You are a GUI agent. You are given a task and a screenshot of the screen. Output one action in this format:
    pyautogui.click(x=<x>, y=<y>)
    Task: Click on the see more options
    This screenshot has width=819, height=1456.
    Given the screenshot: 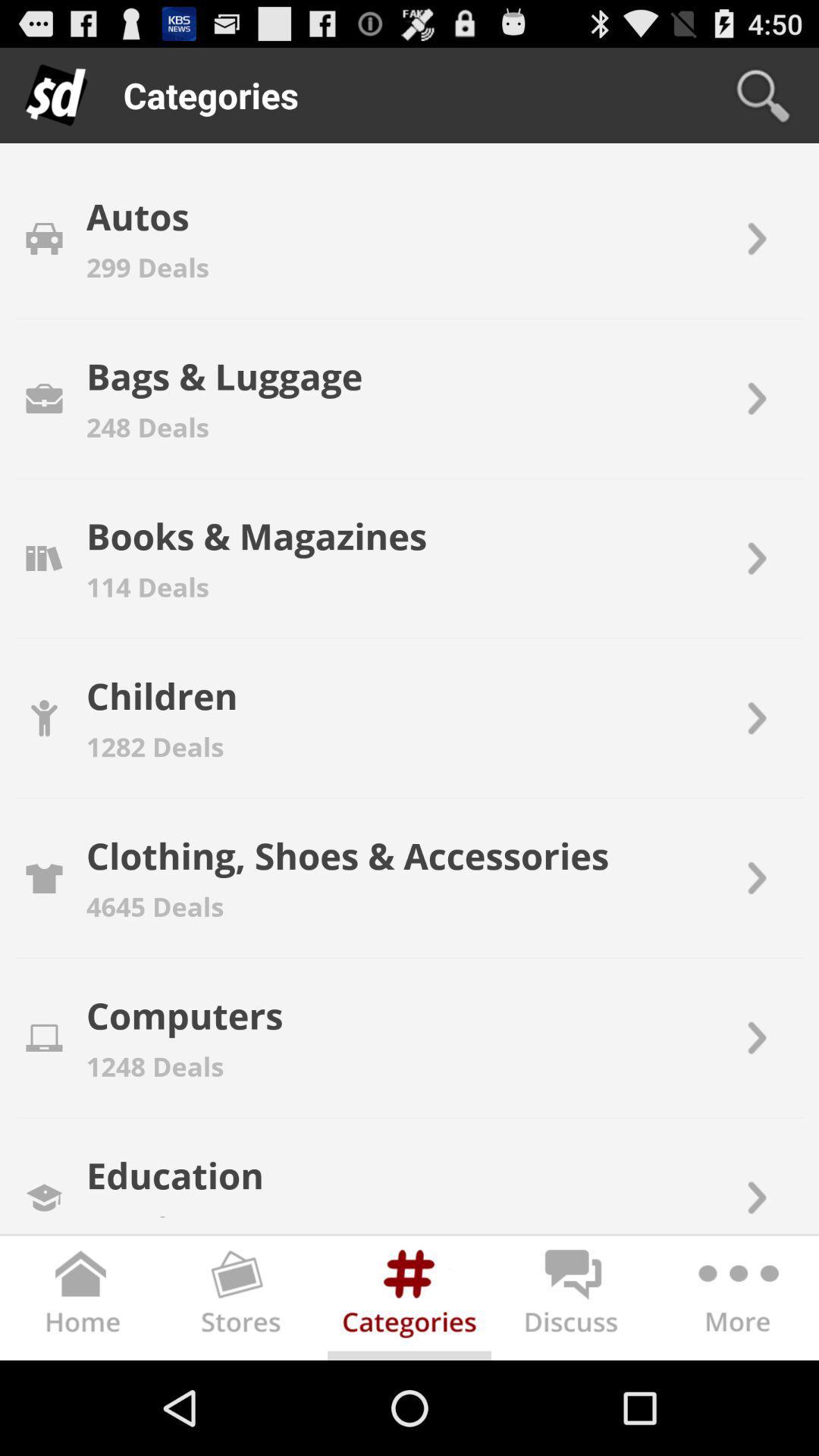 What is the action you would take?
    pyautogui.click(x=736, y=1300)
    